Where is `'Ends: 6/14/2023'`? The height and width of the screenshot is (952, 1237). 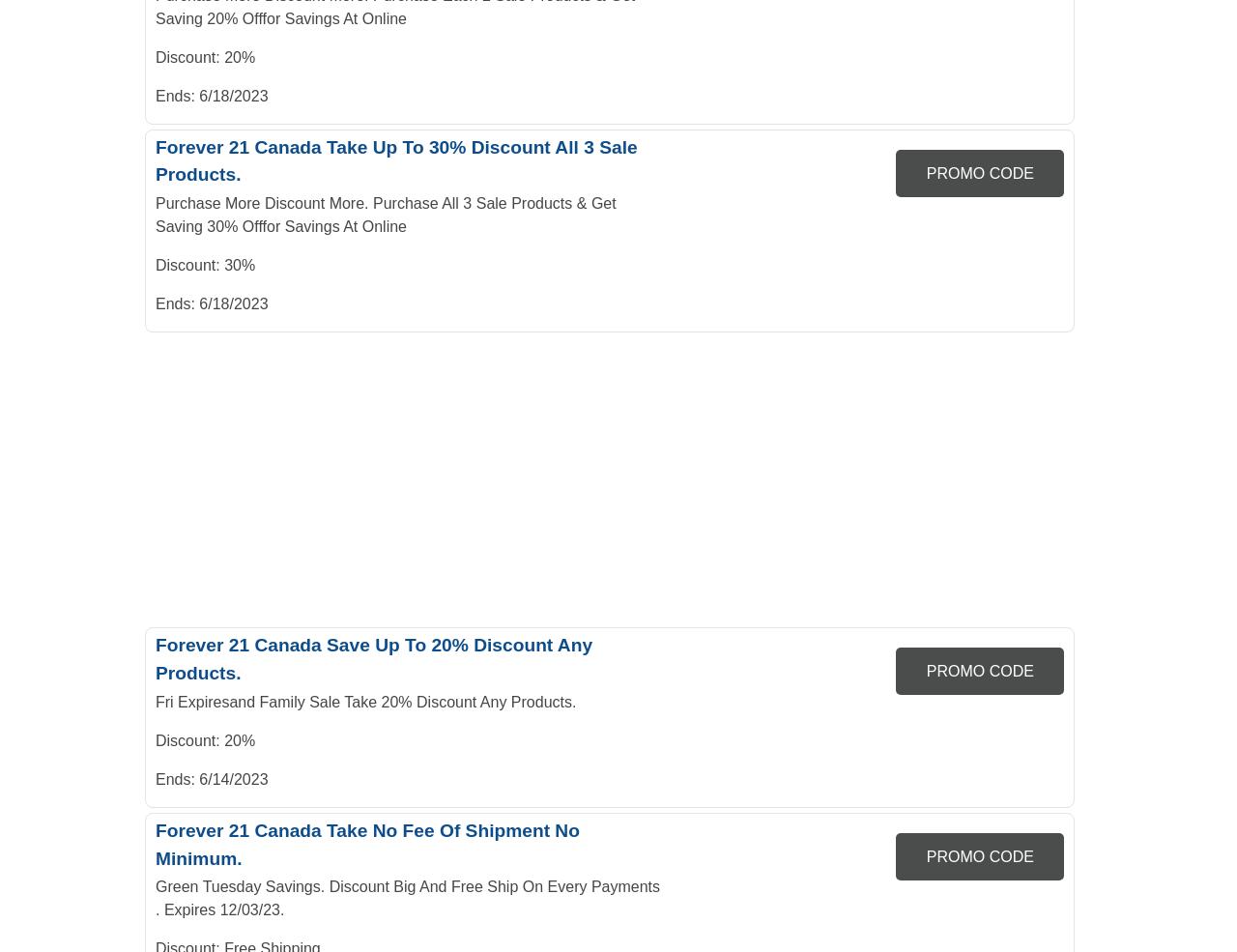
'Ends: 6/14/2023' is located at coordinates (156, 777).